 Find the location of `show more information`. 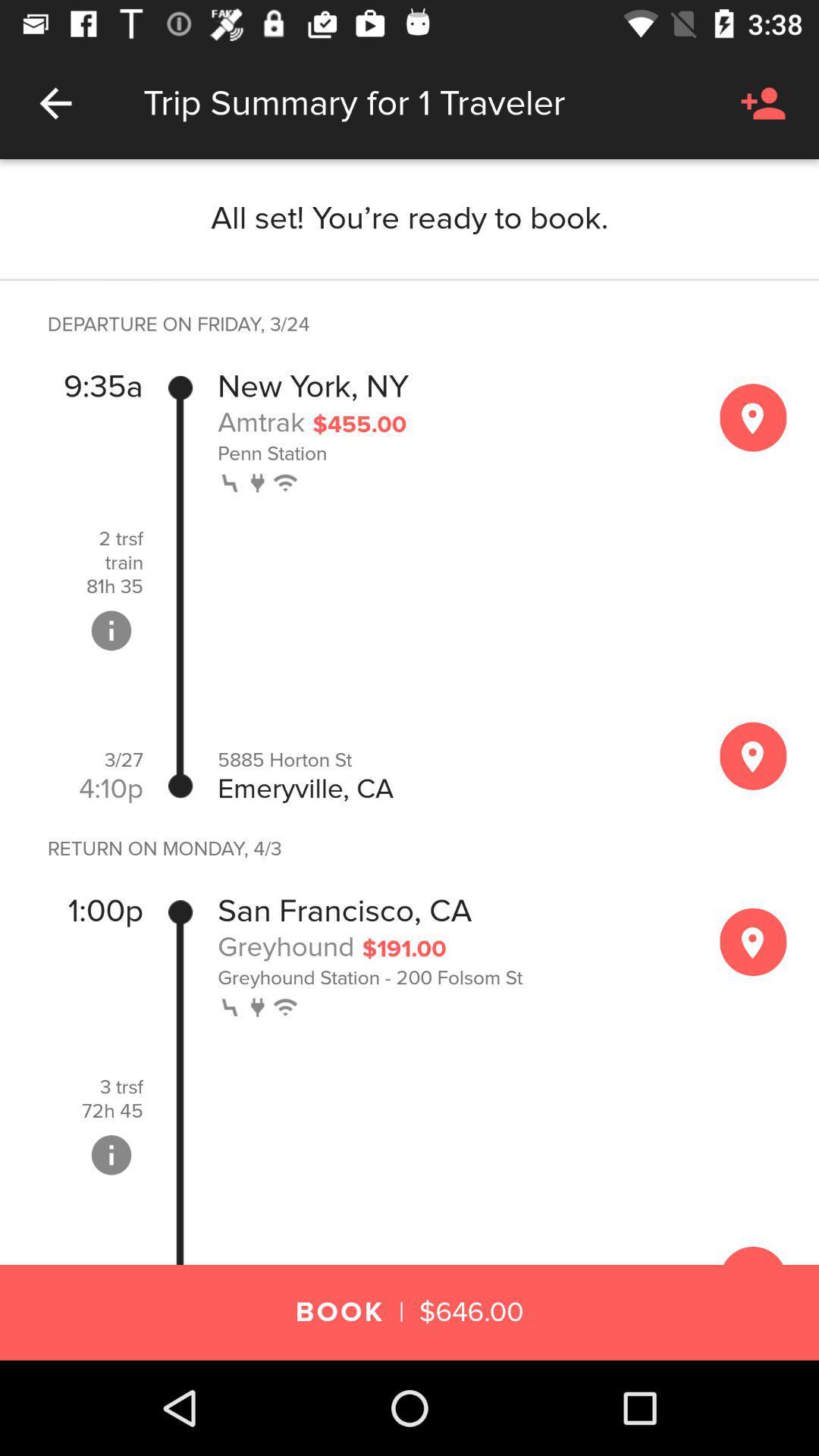

show more information is located at coordinates (110, 630).